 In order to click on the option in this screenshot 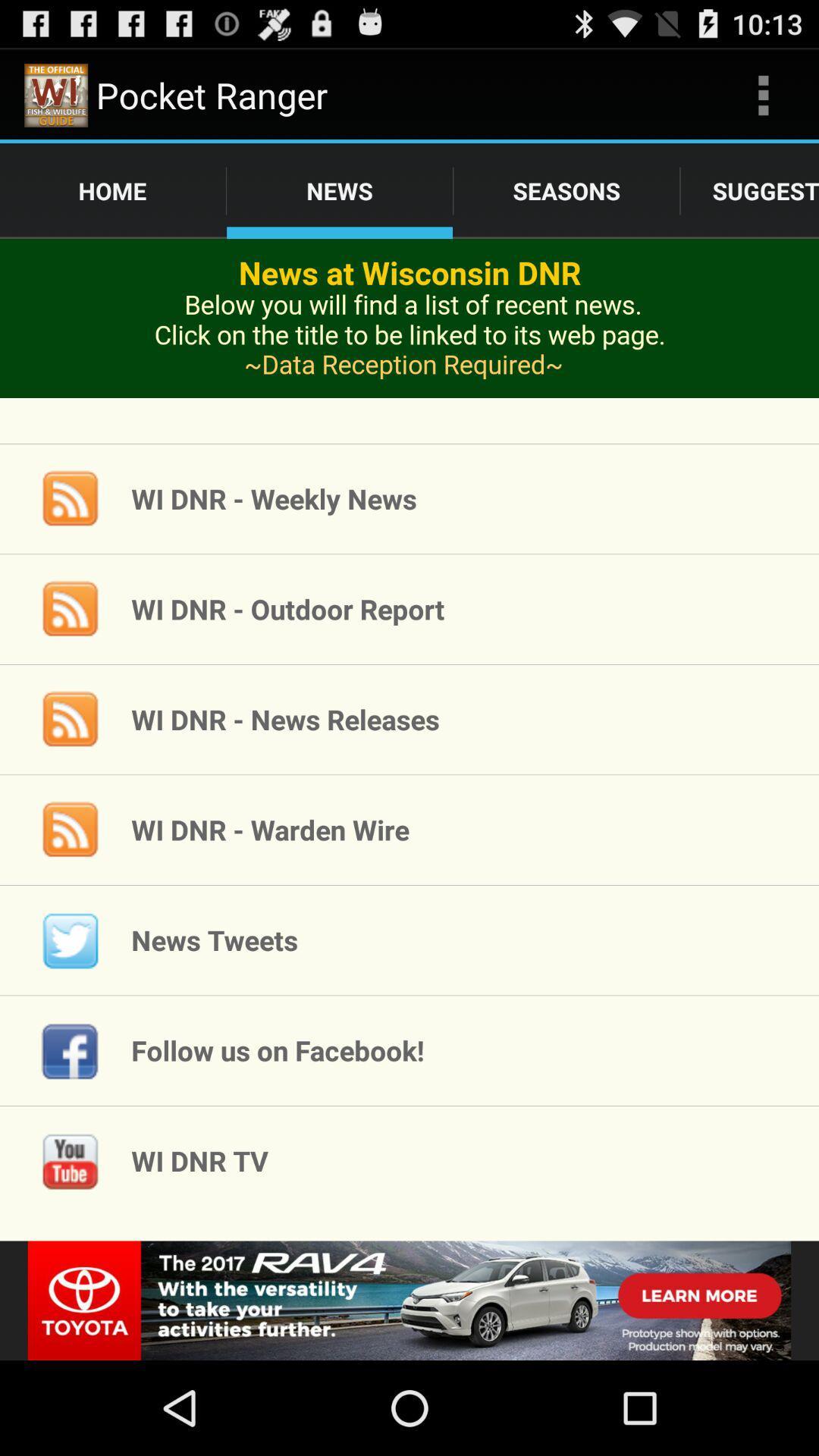, I will do `click(409, 1300)`.